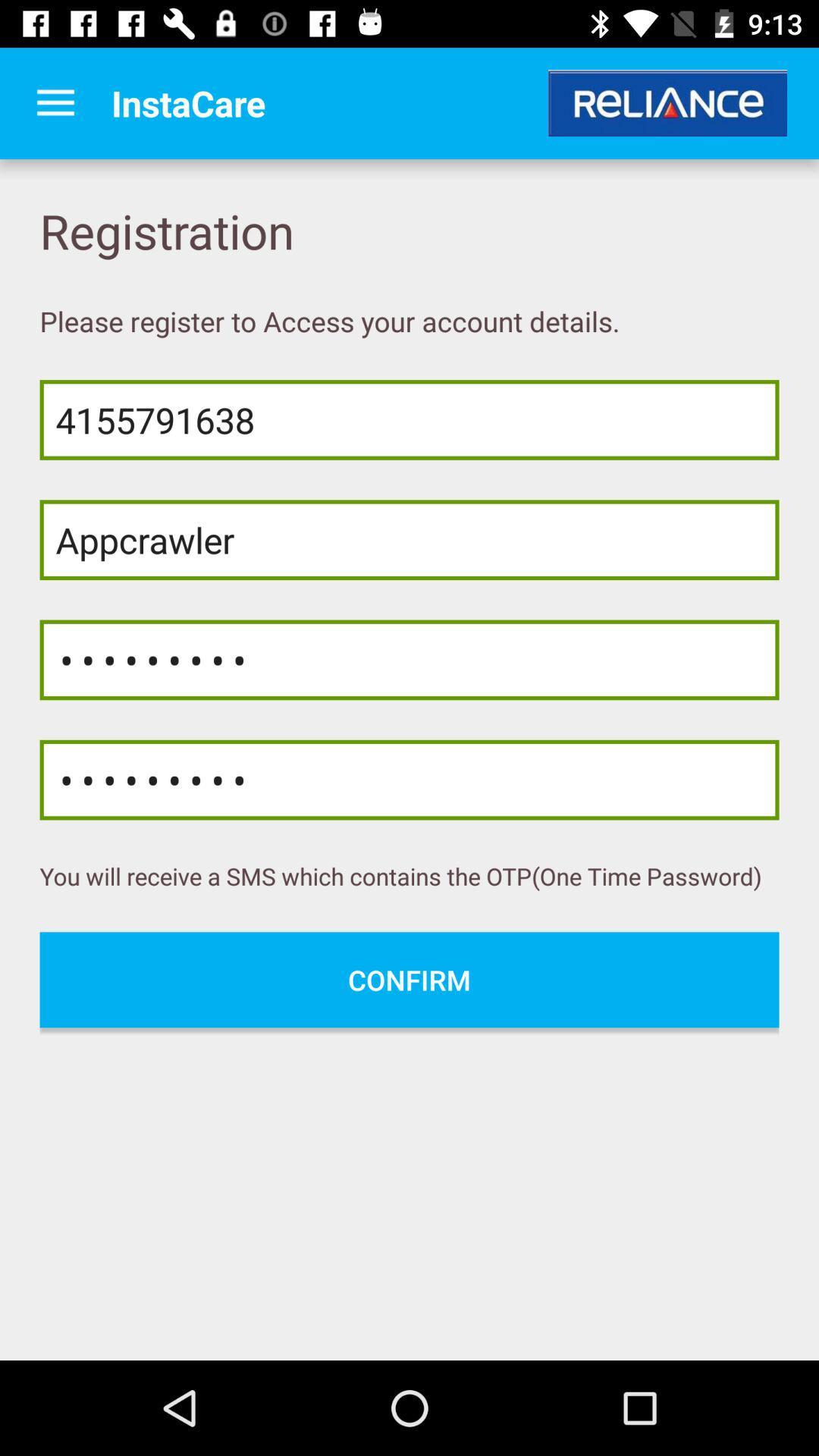 This screenshot has width=819, height=1456. What do you see at coordinates (409, 419) in the screenshot?
I see `item above appcrawler` at bounding box center [409, 419].